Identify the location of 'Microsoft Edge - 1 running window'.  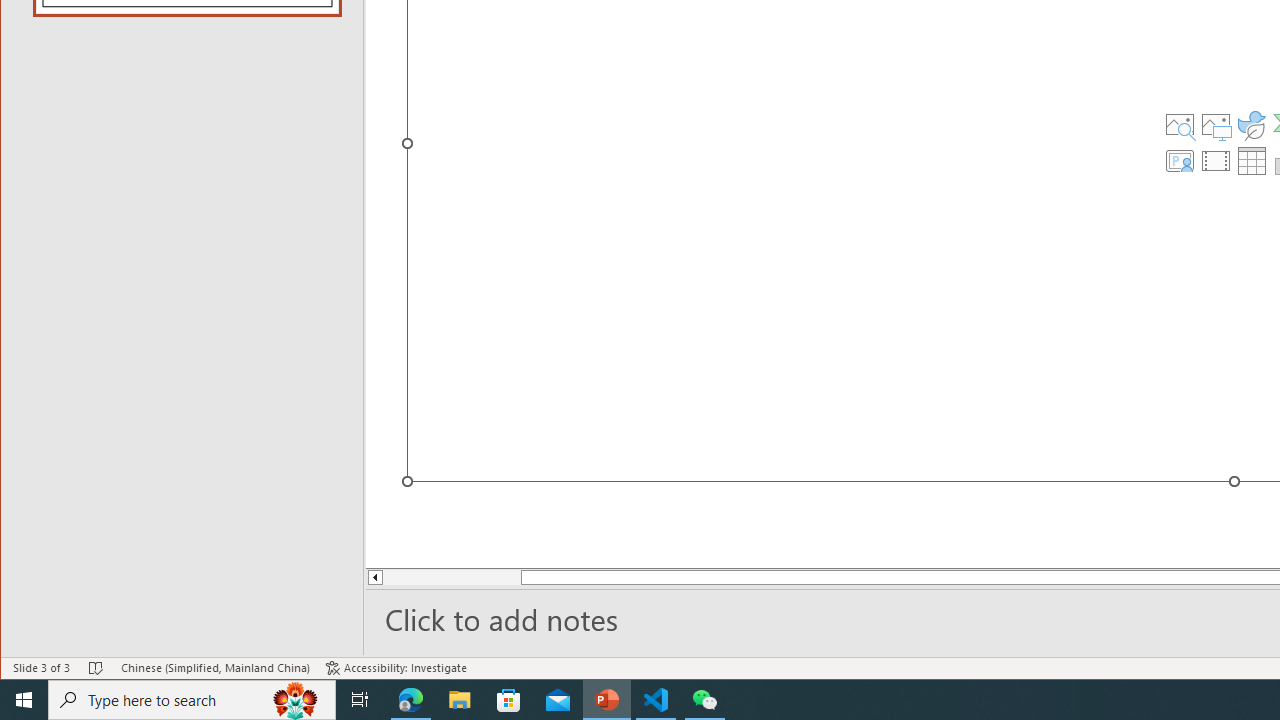
(410, 698).